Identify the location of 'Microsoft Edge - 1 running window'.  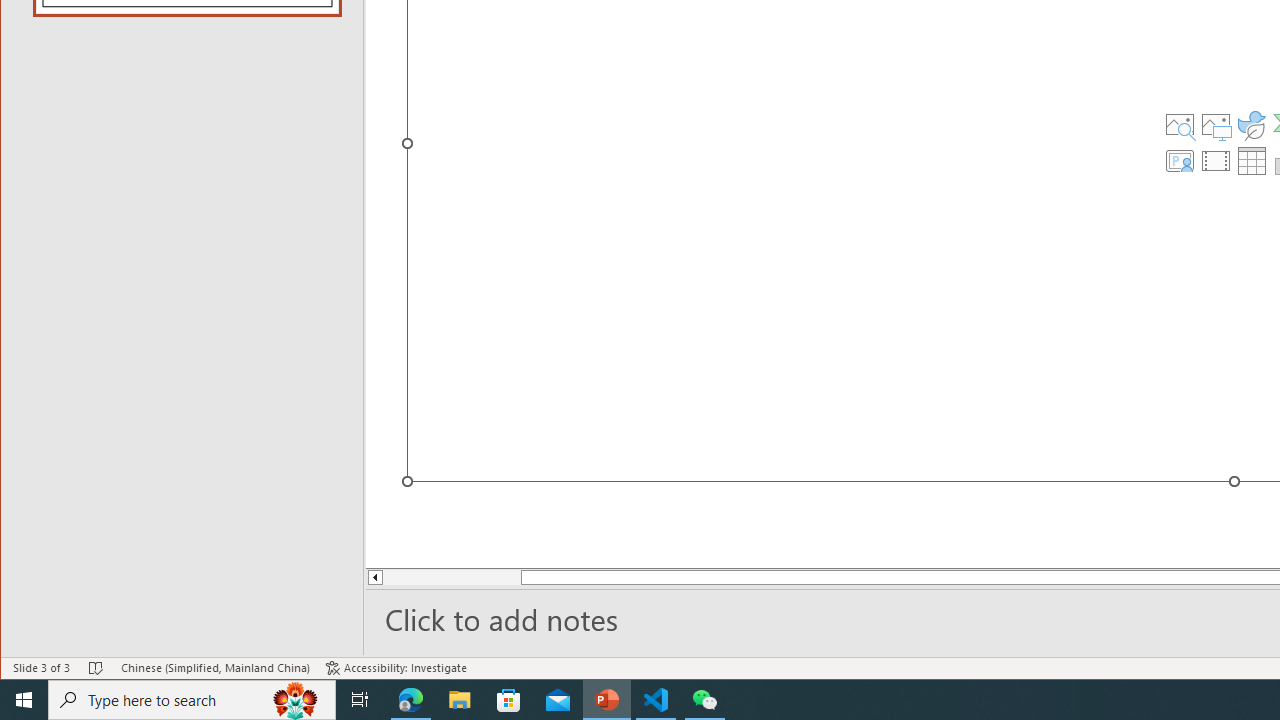
(410, 698).